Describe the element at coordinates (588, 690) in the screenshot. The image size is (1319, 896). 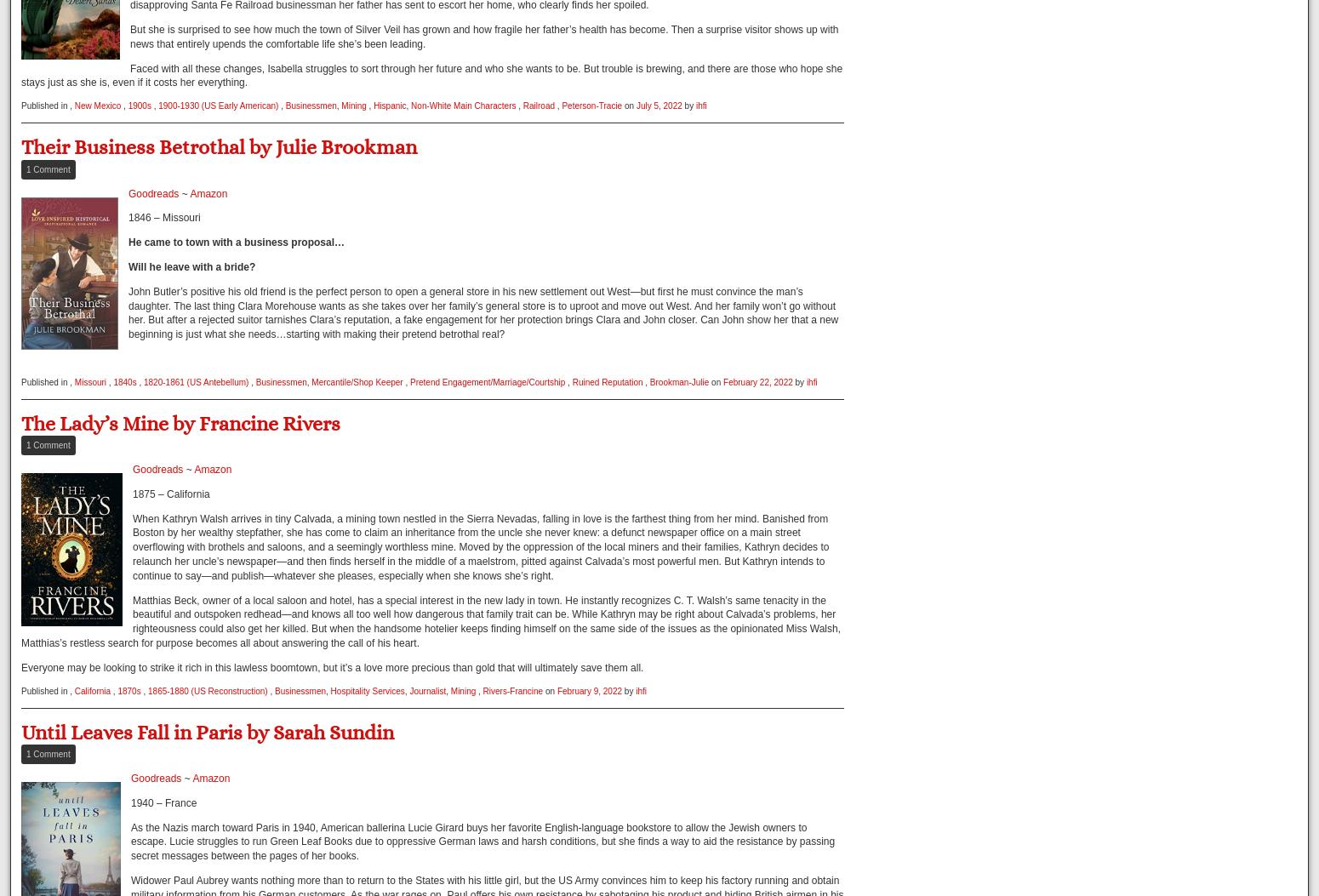
I see `'February 9, 2022'` at that location.